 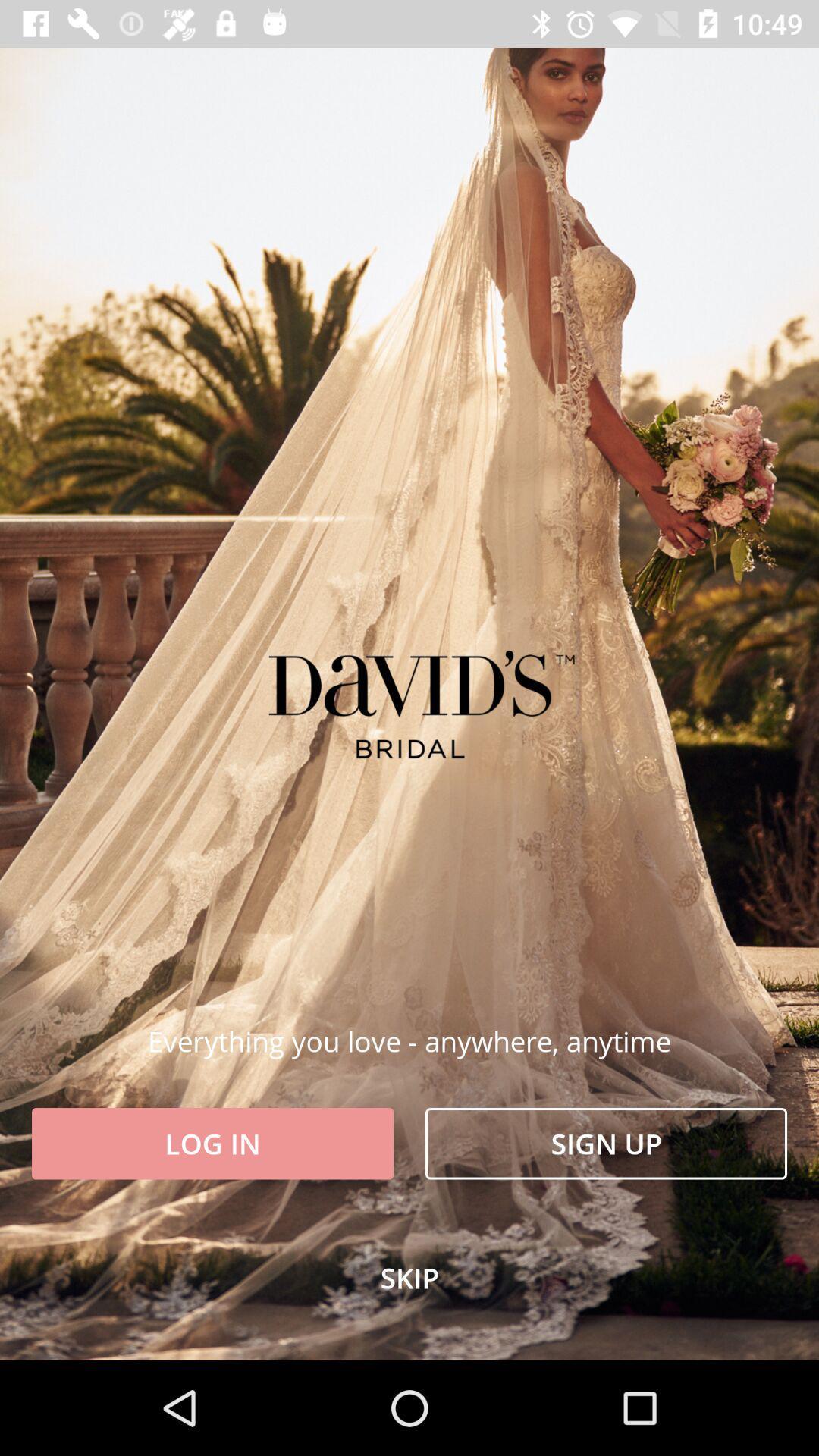 I want to click on the item next to log in icon, so click(x=605, y=1144).